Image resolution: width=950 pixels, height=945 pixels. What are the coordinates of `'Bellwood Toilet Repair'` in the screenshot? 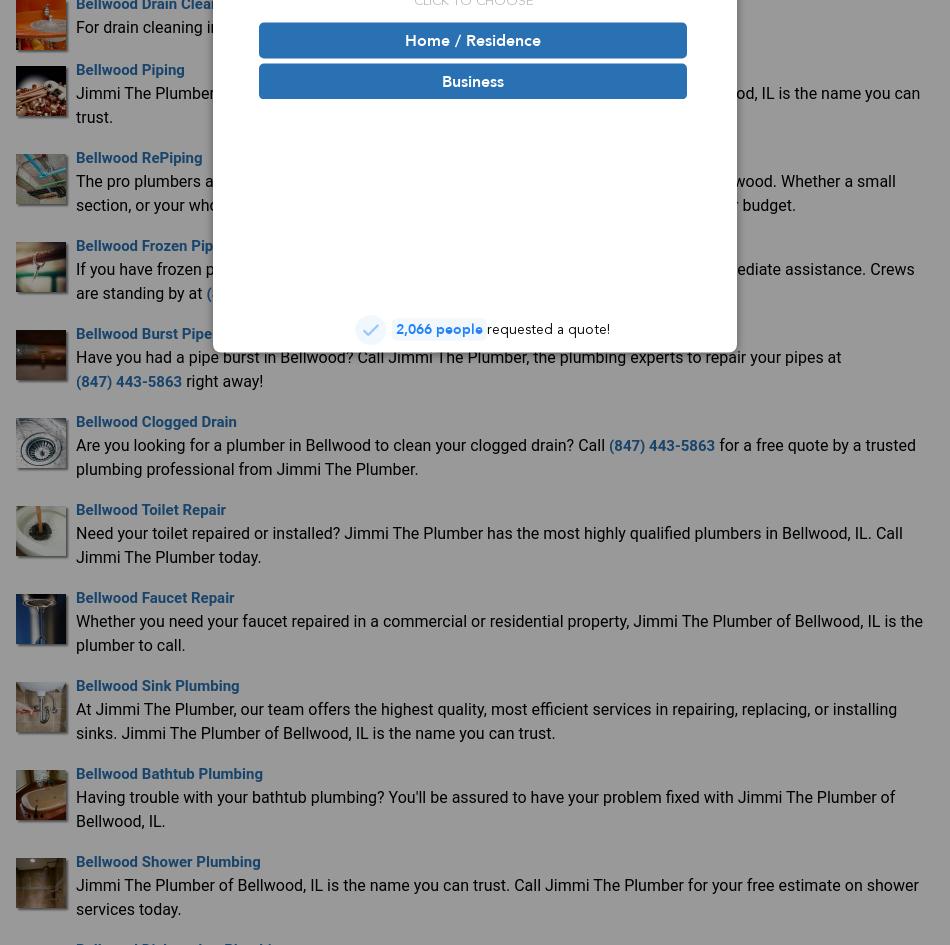 It's located at (150, 507).